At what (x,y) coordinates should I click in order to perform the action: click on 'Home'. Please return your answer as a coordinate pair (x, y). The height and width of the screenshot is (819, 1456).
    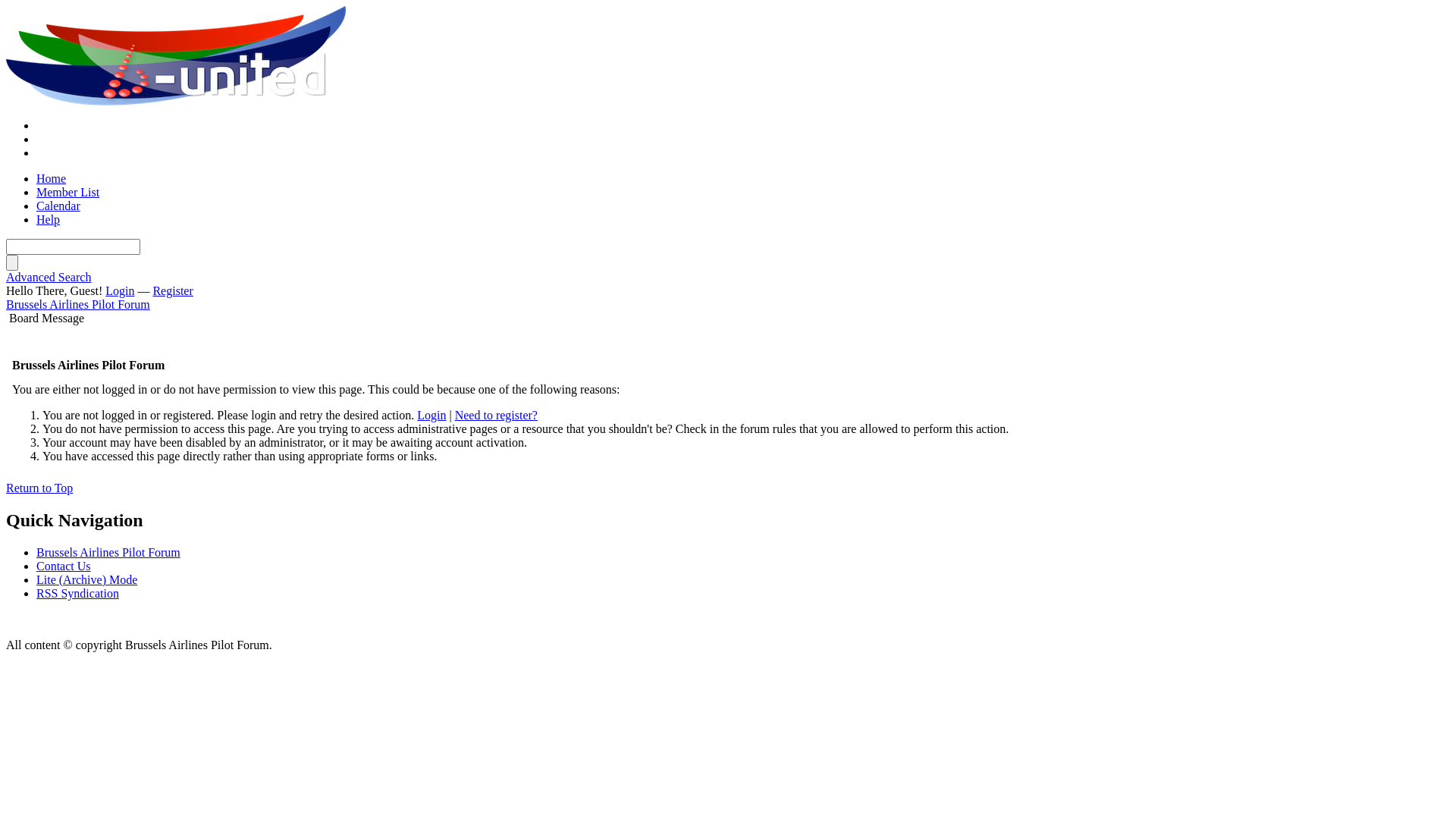
    Looking at the image, I should click on (51, 177).